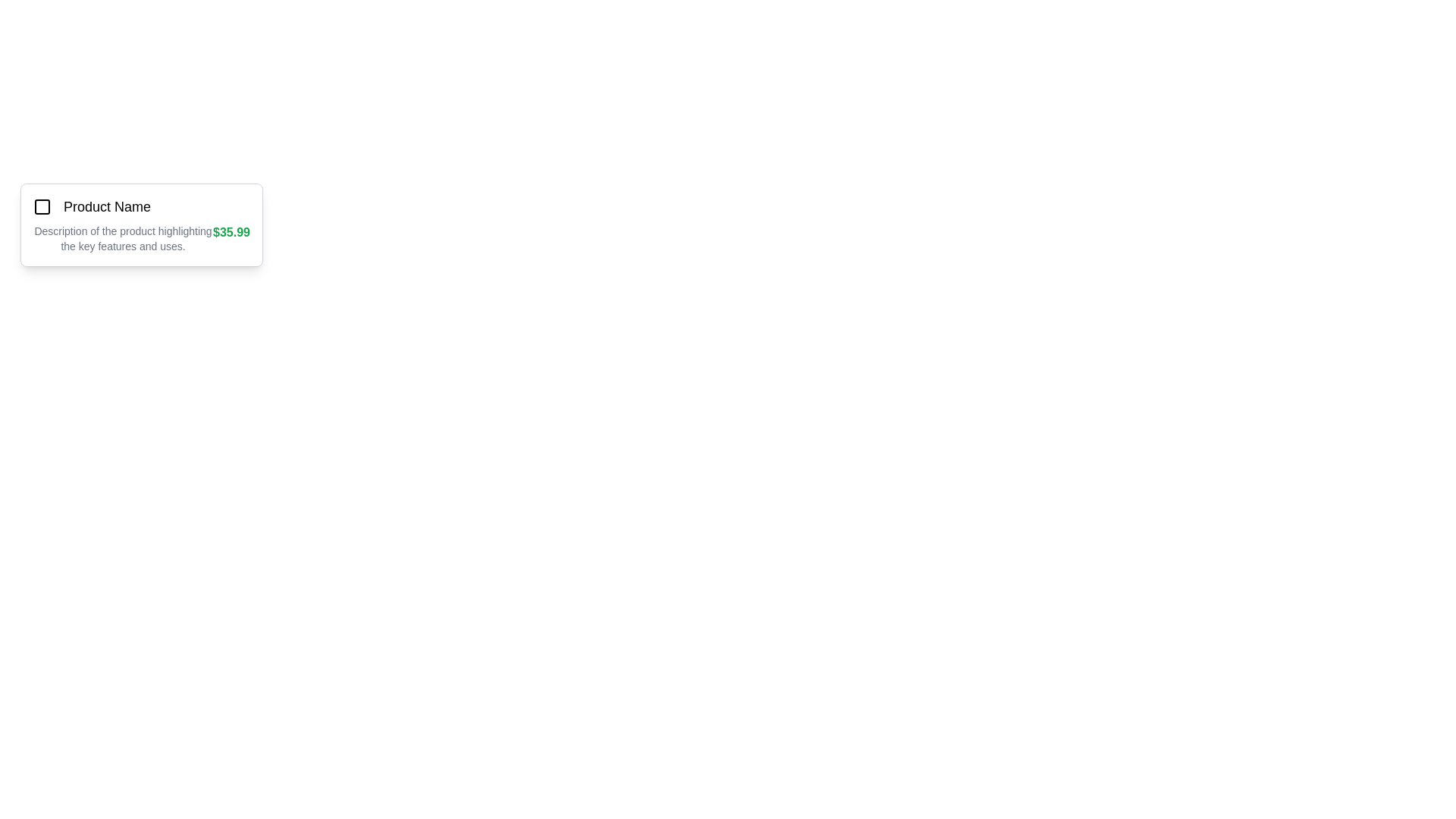  I want to click on the static text displaying the price '$35.99' in bold green text, which is located on the right side of a description block, so click(231, 239).